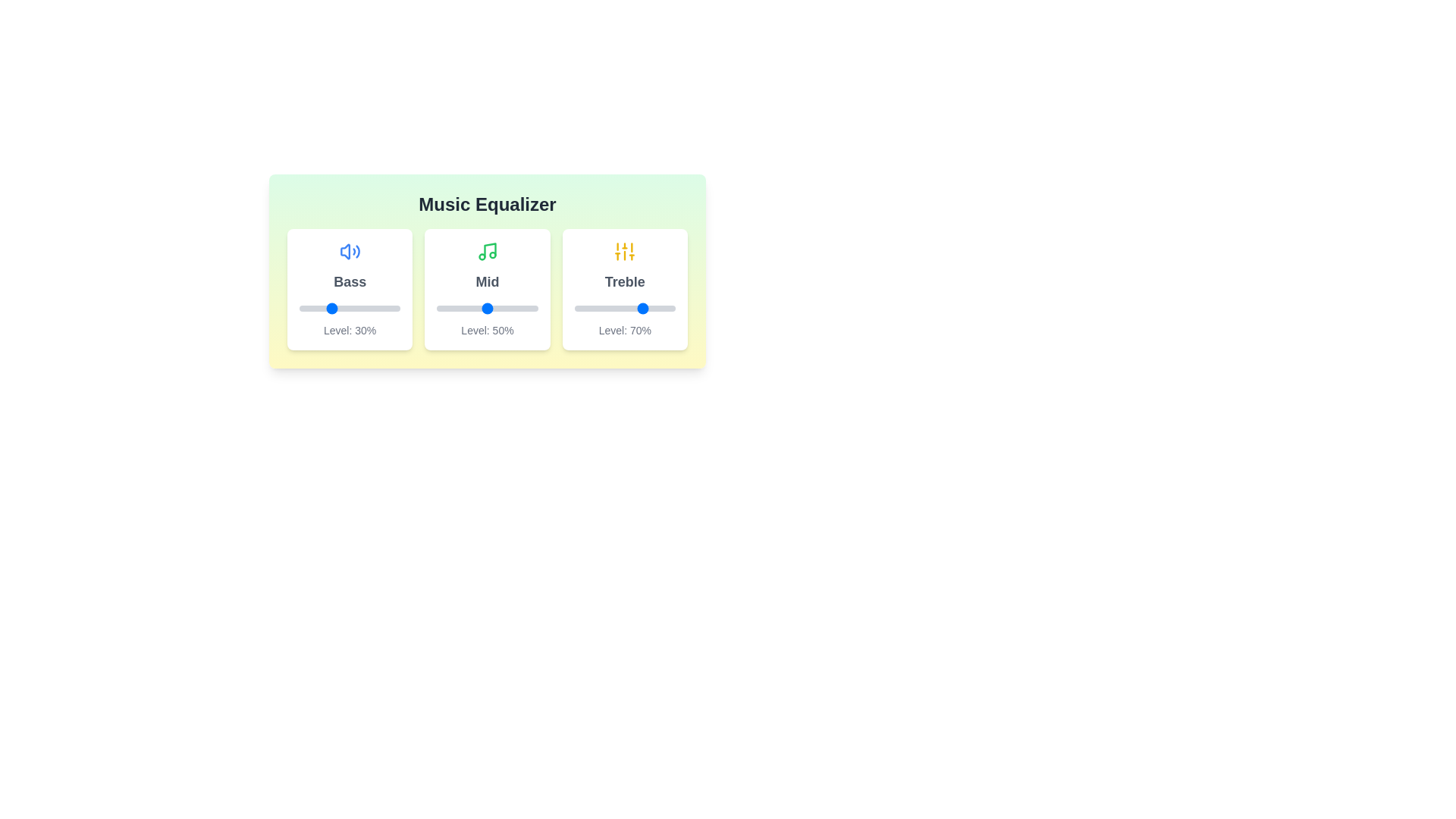 This screenshot has width=1456, height=819. Describe the element at coordinates (510, 308) in the screenshot. I see `the 'Mid' slider to 72%` at that location.